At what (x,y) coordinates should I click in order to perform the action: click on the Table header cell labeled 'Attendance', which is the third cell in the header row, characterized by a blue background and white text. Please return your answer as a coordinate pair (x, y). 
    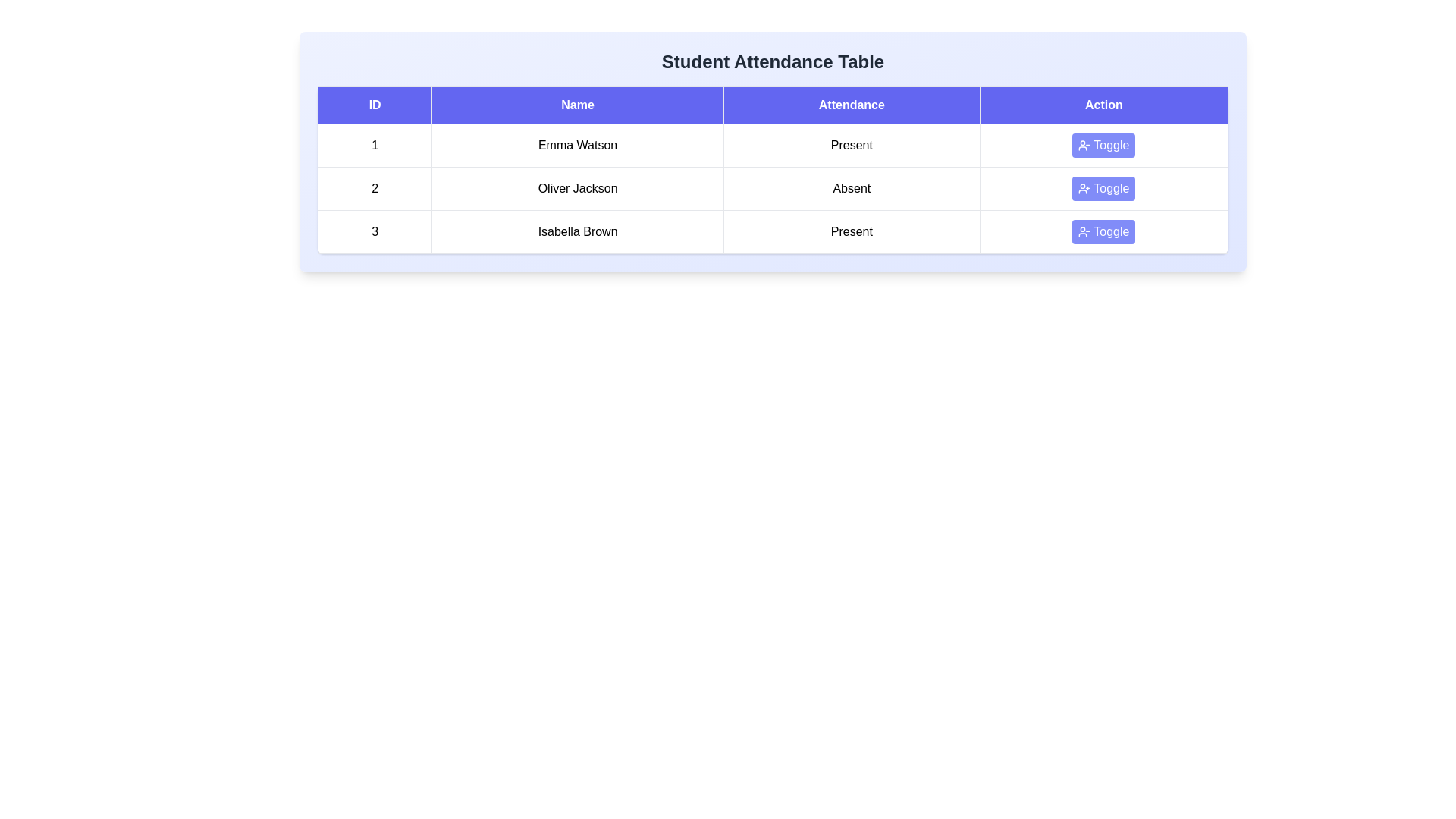
    Looking at the image, I should click on (852, 104).